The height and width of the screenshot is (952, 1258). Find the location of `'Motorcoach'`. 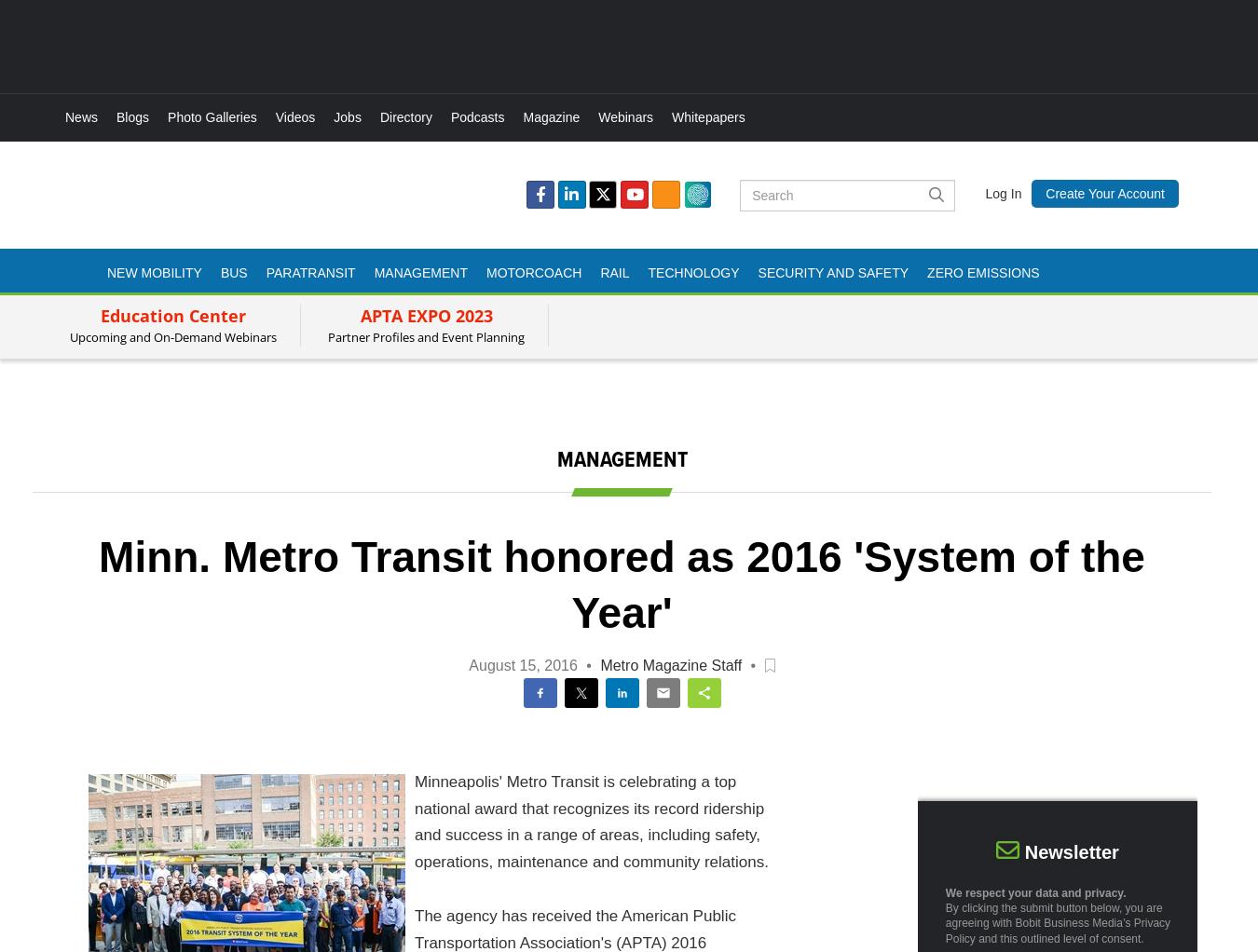

'Motorcoach' is located at coordinates (533, 271).